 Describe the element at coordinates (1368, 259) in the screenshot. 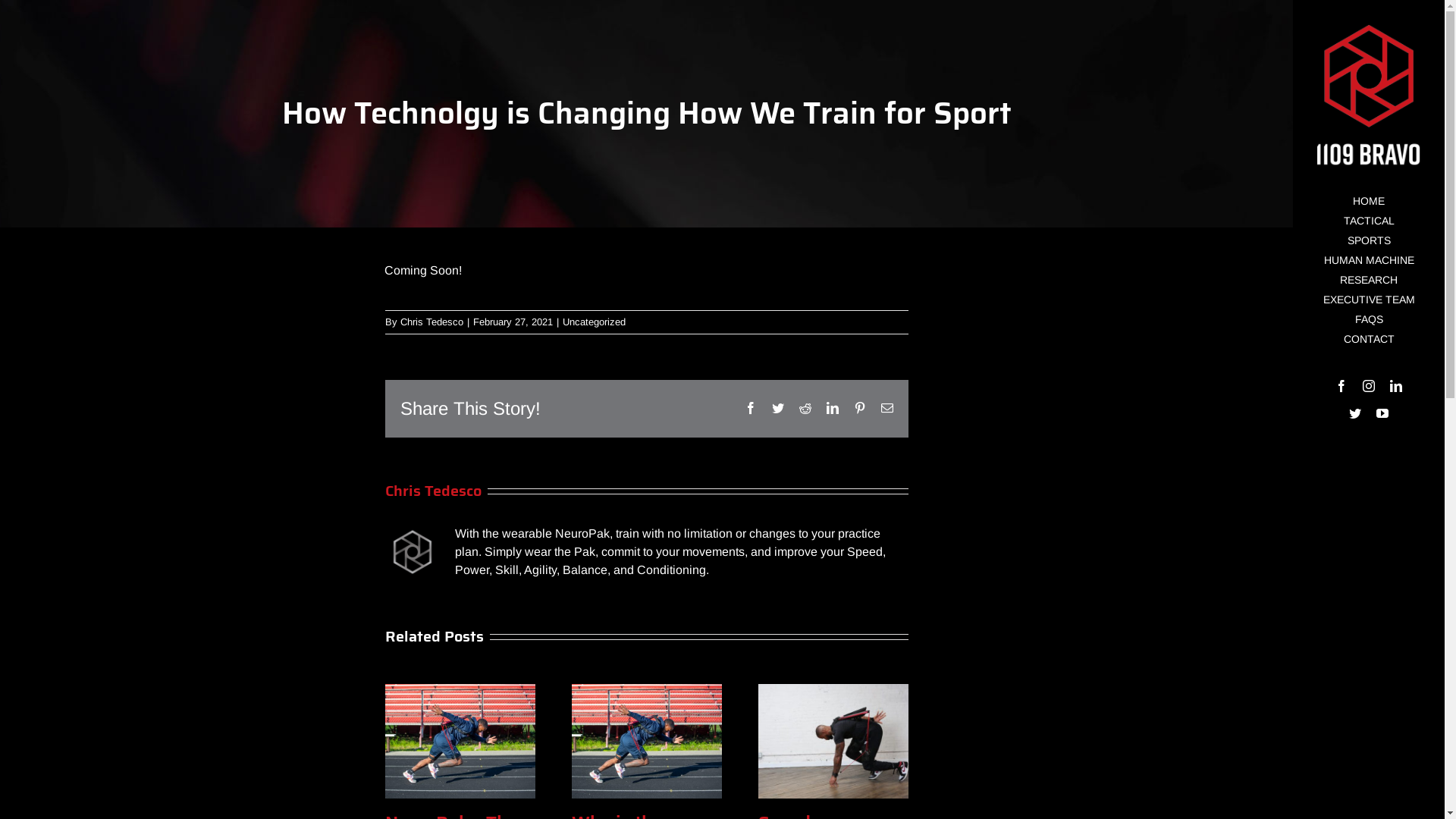

I see `'HUMAN MACHINE'` at that location.